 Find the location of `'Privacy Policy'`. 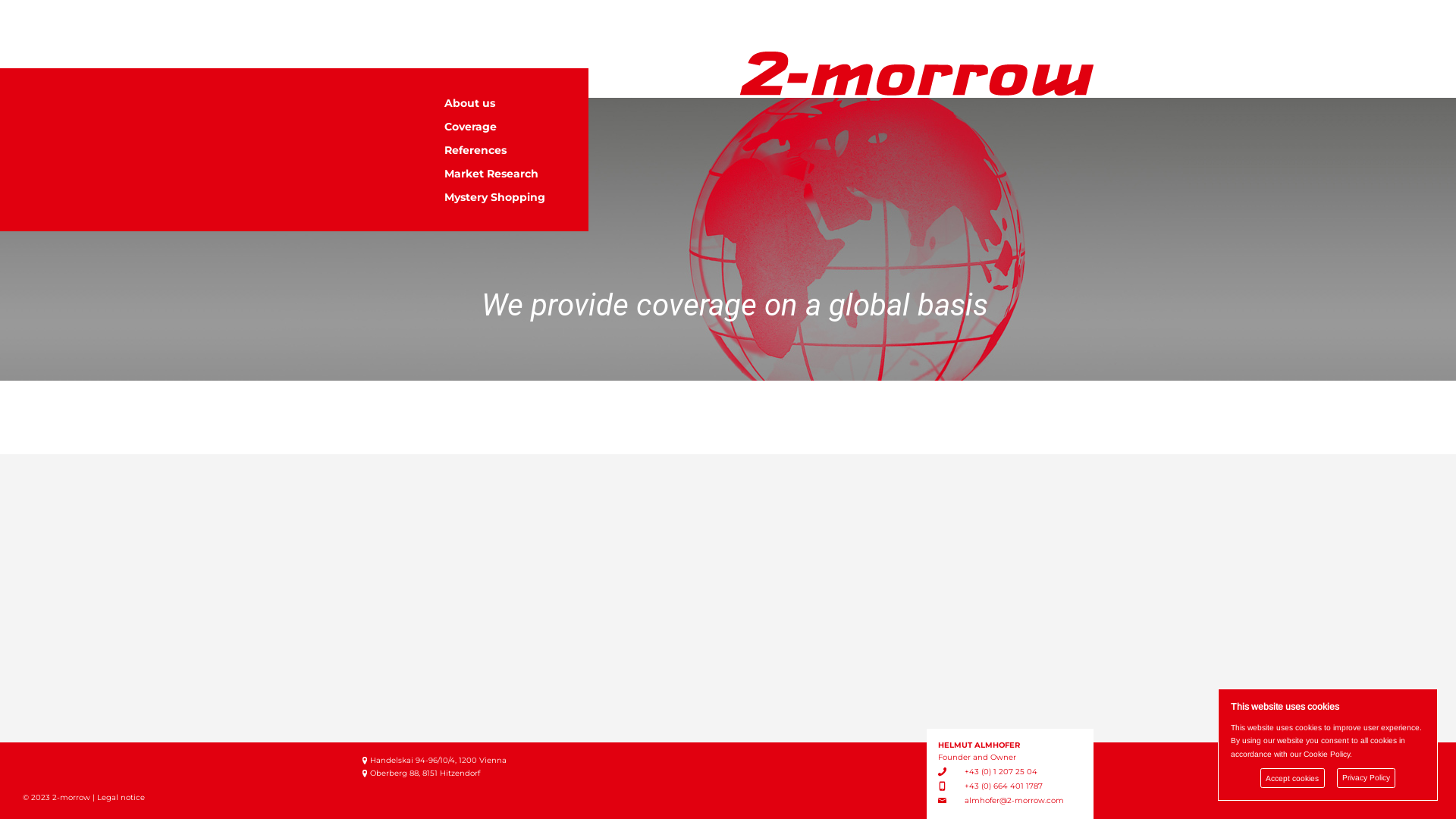

'Privacy Policy' is located at coordinates (1365, 778).